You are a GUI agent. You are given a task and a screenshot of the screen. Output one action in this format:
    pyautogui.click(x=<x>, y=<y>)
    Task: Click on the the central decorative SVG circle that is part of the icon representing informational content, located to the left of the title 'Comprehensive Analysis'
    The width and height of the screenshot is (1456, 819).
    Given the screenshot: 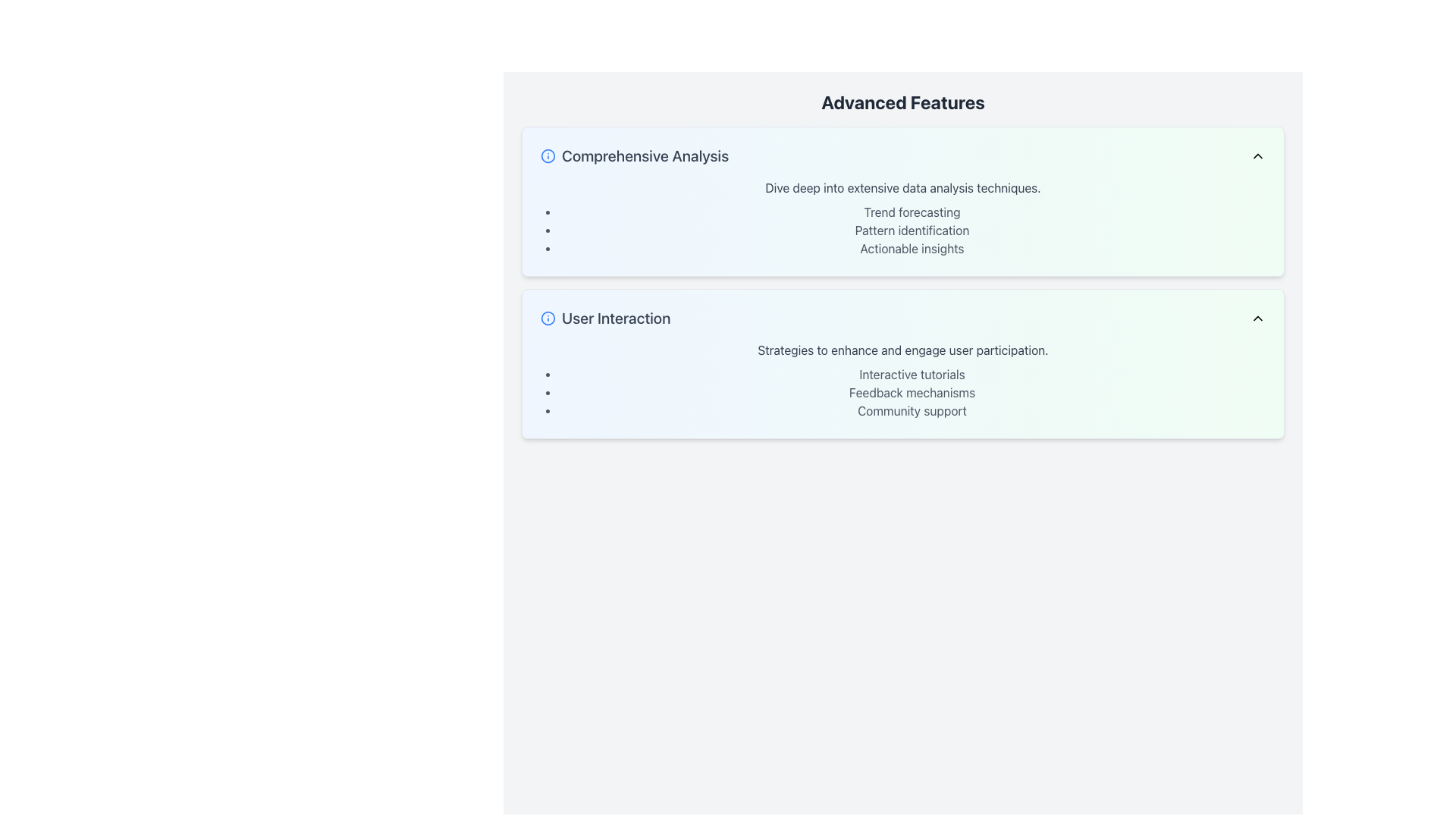 What is the action you would take?
    pyautogui.click(x=548, y=155)
    